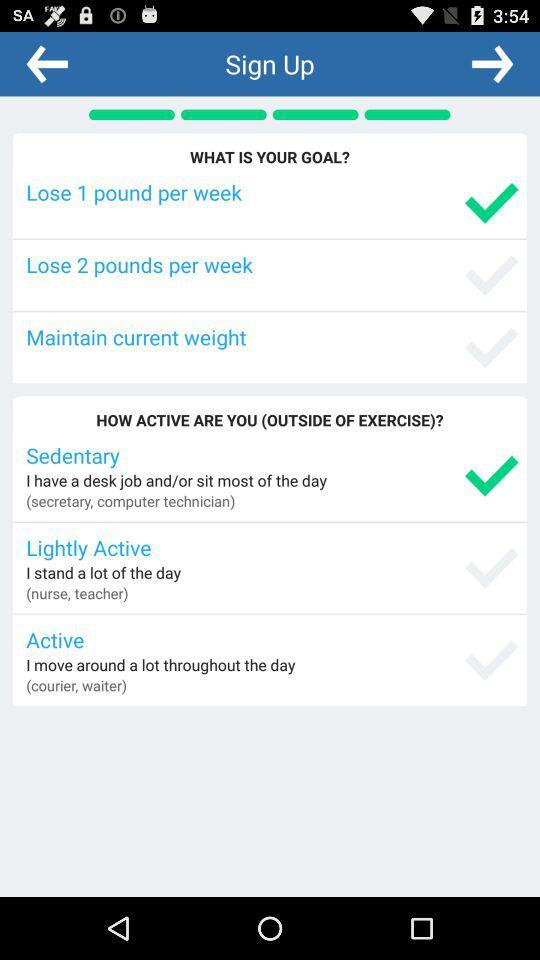 This screenshot has height=960, width=540. Describe the element at coordinates (490, 475) in the screenshot. I see `the symbol which is immediate to the right of the sedentary` at that location.